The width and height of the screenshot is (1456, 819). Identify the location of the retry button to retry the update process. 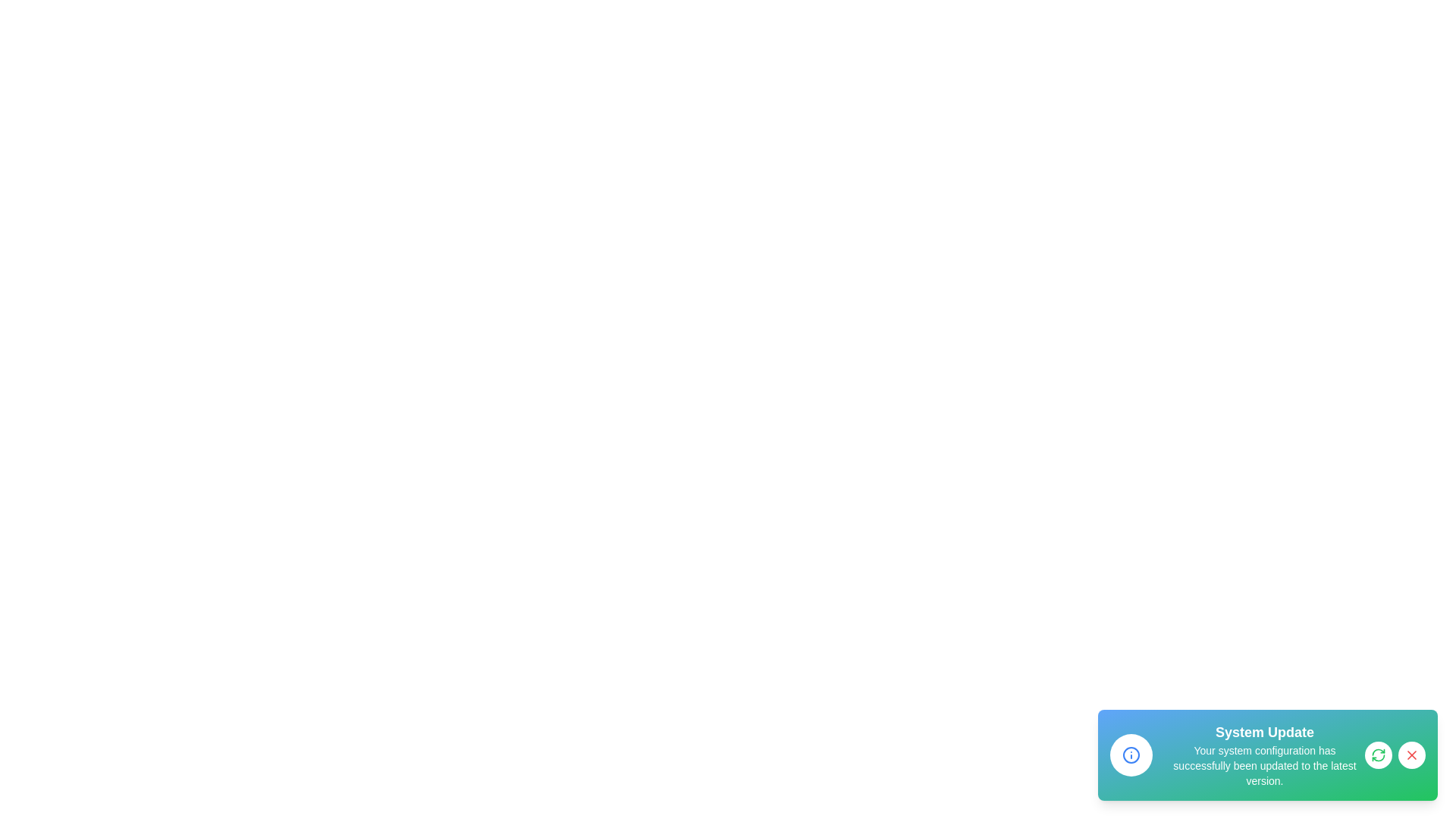
(1379, 755).